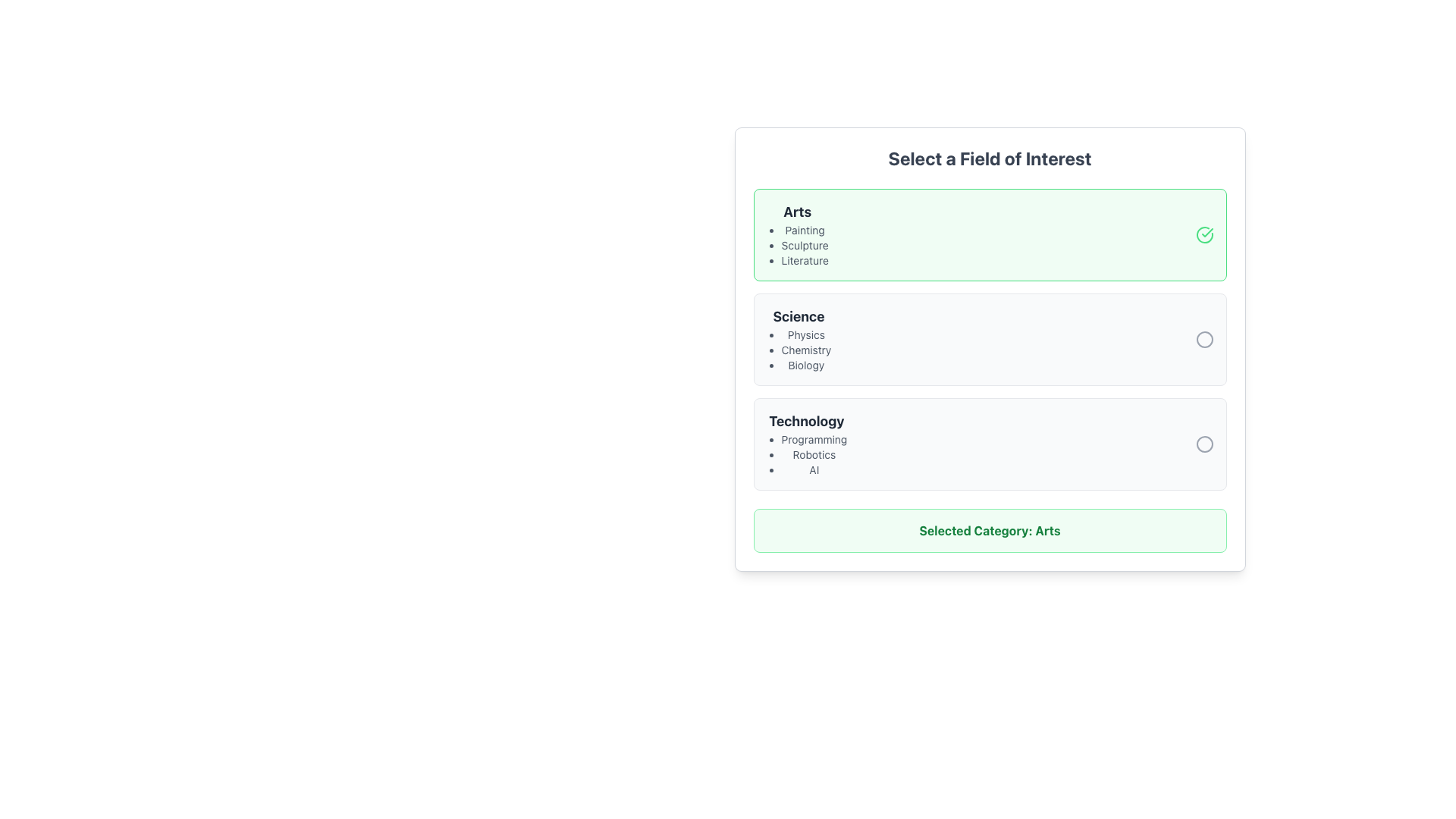 Image resolution: width=1456 pixels, height=819 pixels. Describe the element at coordinates (805, 366) in the screenshot. I see `the static text label reading 'Biology' which is the last item in the bulleted list under the 'Science' category` at that location.